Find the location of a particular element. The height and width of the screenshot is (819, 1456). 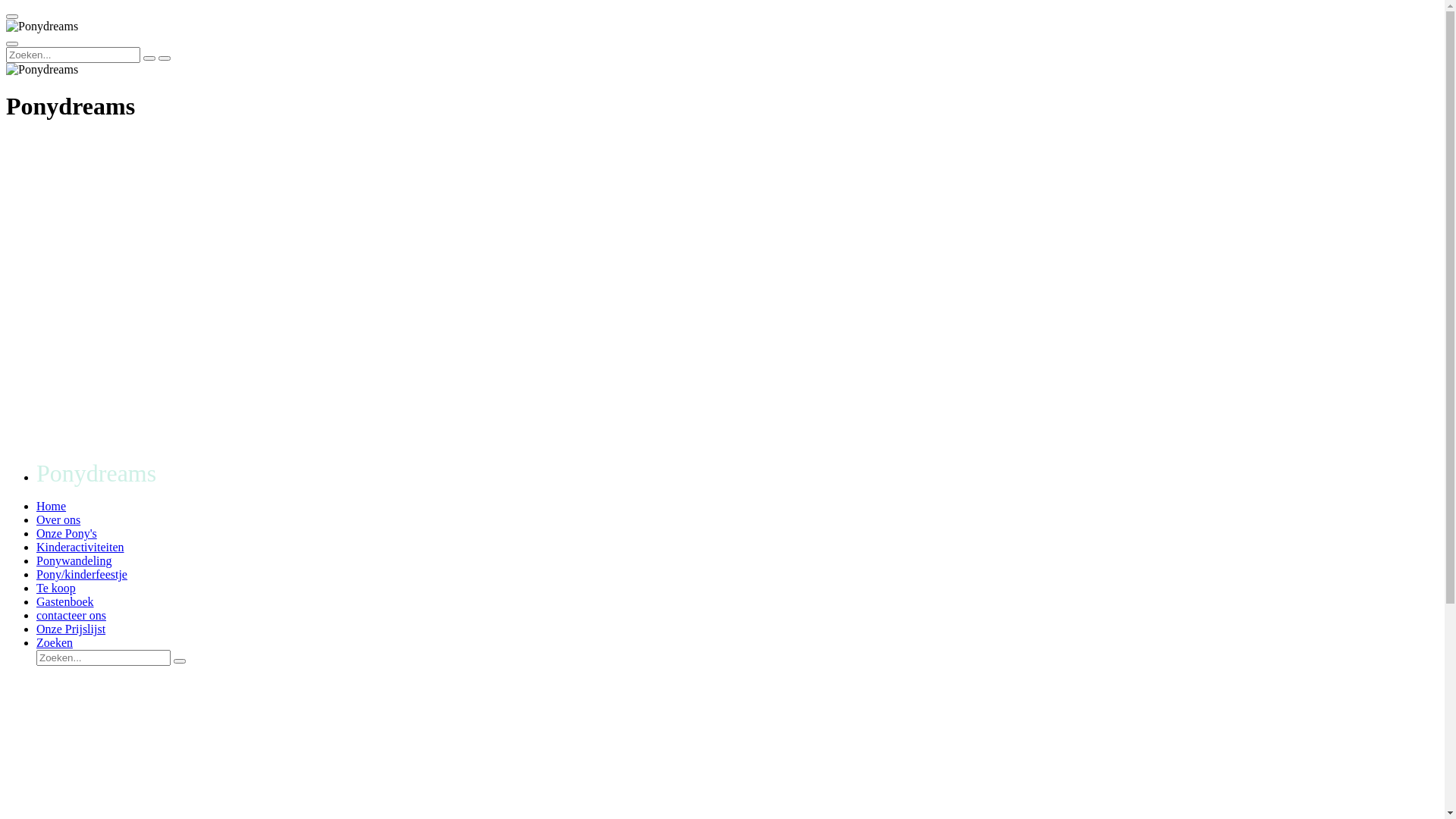

'Ponydreams' is located at coordinates (42, 70).